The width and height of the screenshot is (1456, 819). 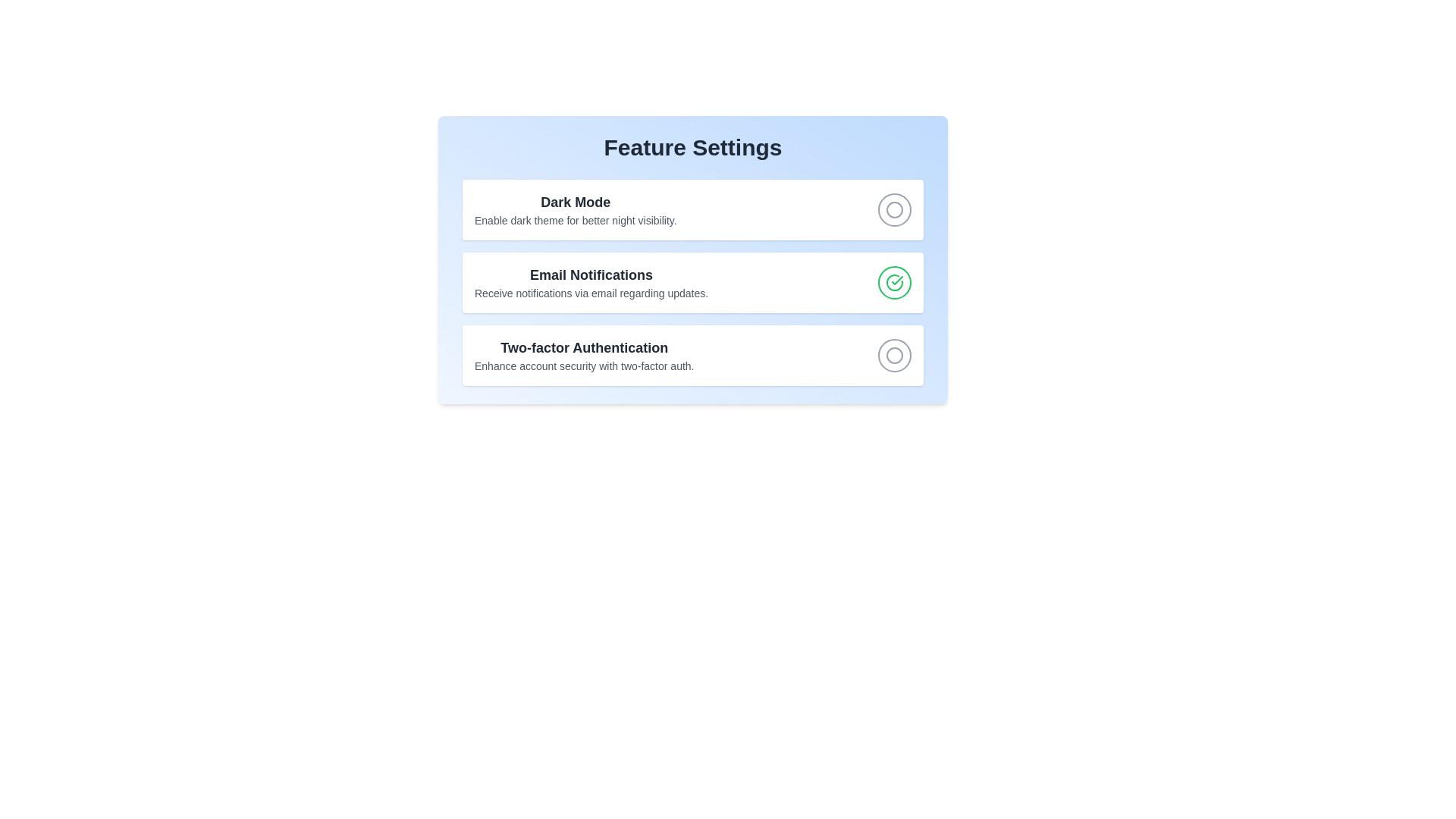 What do you see at coordinates (583, 348) in the screenshot?
I see `the text label displaying 'Two-factor Authentication', which is a bold, large-sized title in dark gray color, located at the top of the third feature block in the 'Feature Settings' interface` at bounding box center [583, 348].